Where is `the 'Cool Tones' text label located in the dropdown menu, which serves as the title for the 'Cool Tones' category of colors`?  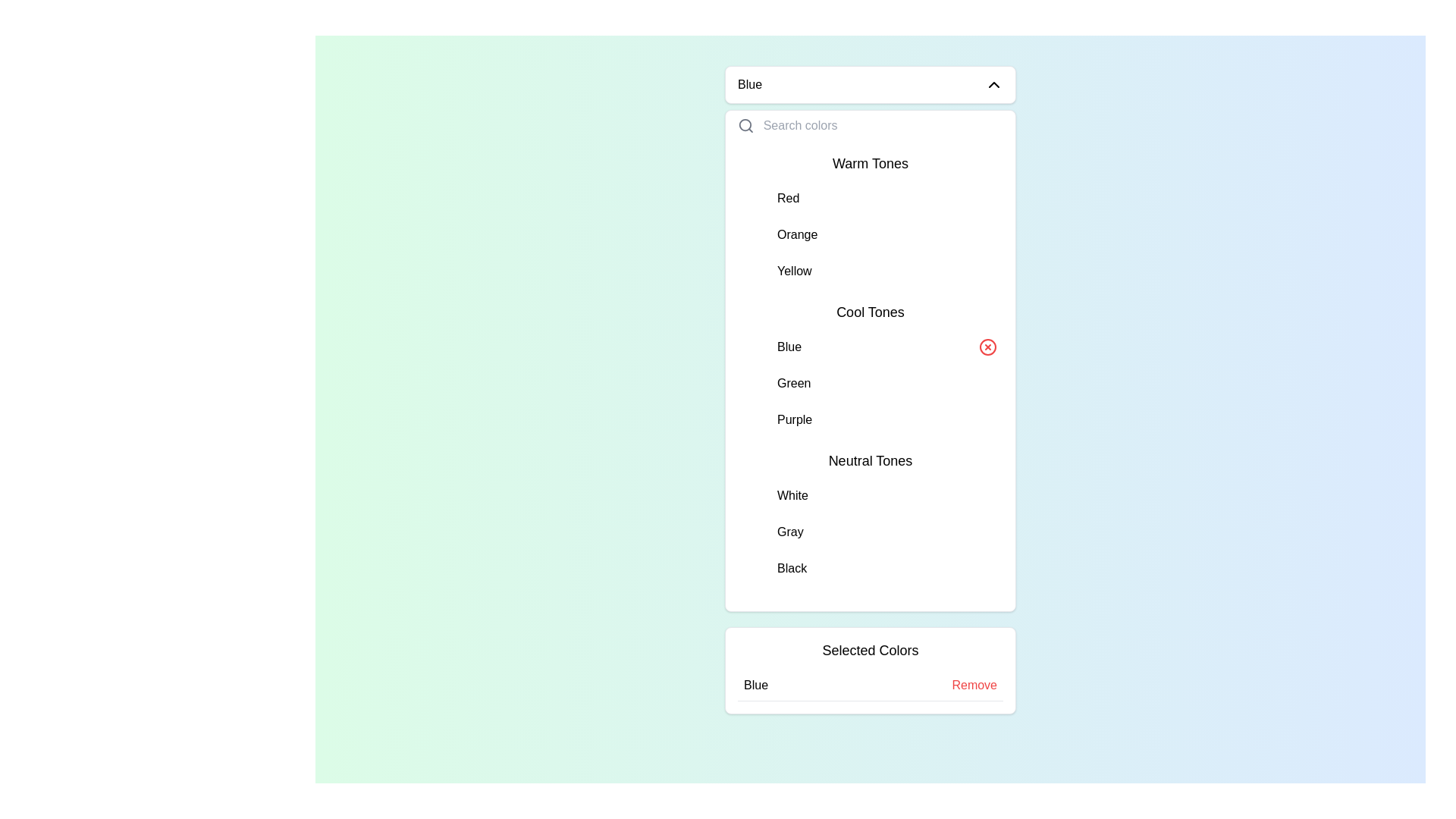
the 'Cool Tones' text label located in the dropdown menu, which serves as the title for the 'Cool Tones' category of colors is located at coordinates (870, 312).